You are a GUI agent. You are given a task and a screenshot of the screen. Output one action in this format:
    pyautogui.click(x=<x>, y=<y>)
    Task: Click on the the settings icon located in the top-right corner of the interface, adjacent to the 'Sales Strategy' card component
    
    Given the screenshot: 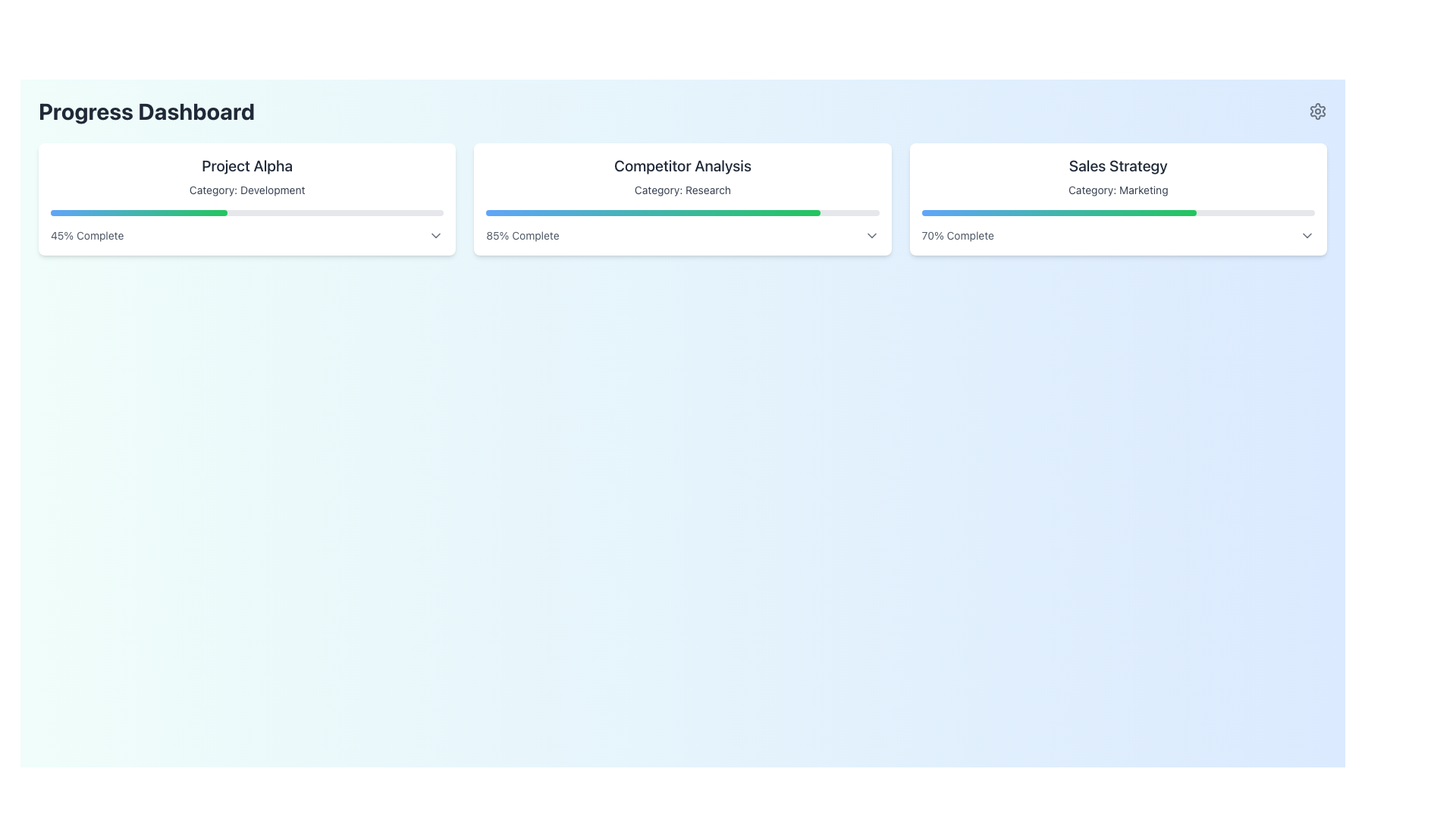 What is the action you would take?
    pyautogui.click(x=1316, y=110)
    